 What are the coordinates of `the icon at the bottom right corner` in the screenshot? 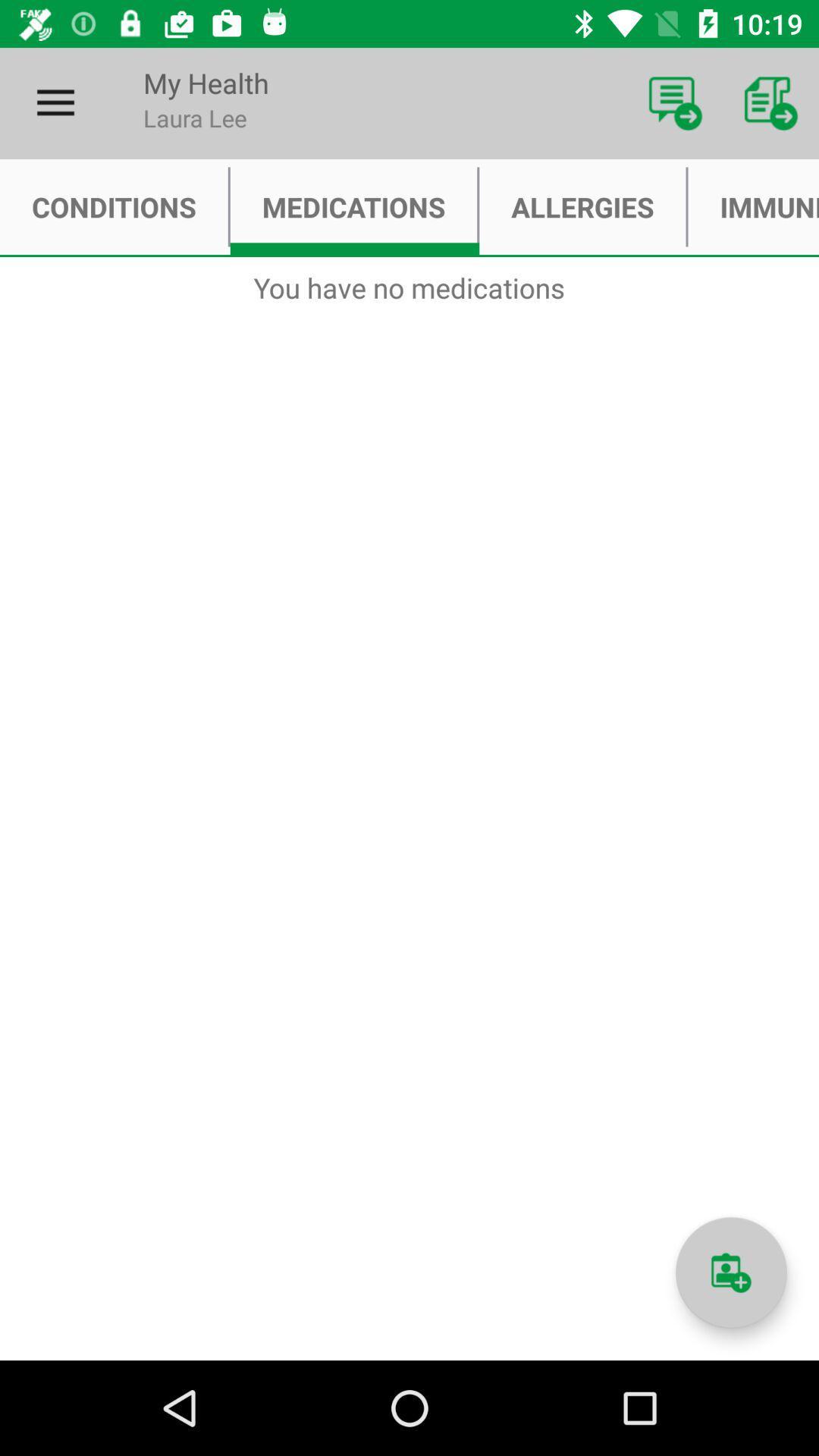 It's located at (730, 1272).